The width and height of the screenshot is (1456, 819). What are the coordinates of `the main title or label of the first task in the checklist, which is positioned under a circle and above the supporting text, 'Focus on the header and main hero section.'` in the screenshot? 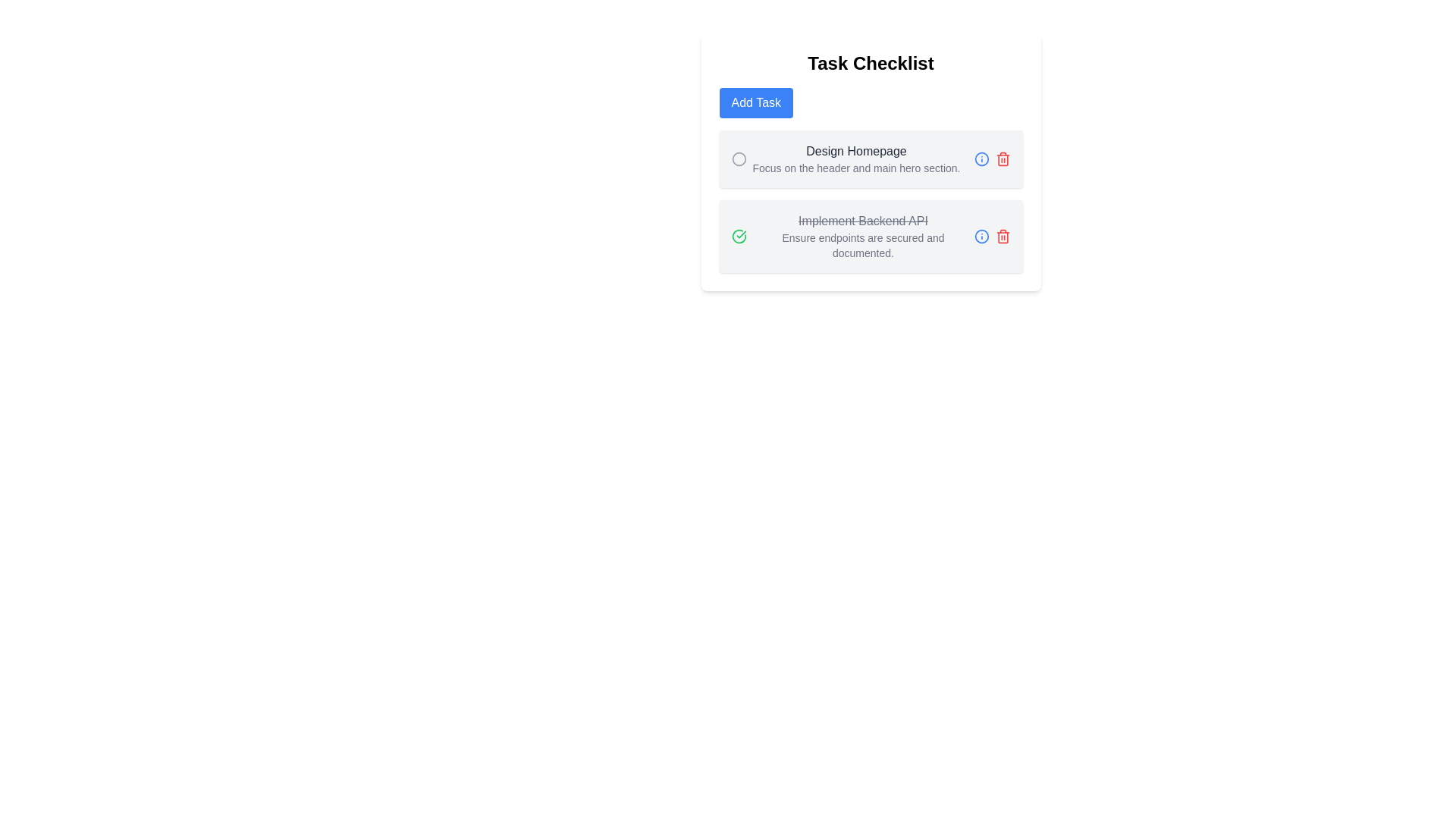 It's located at (856, 152).